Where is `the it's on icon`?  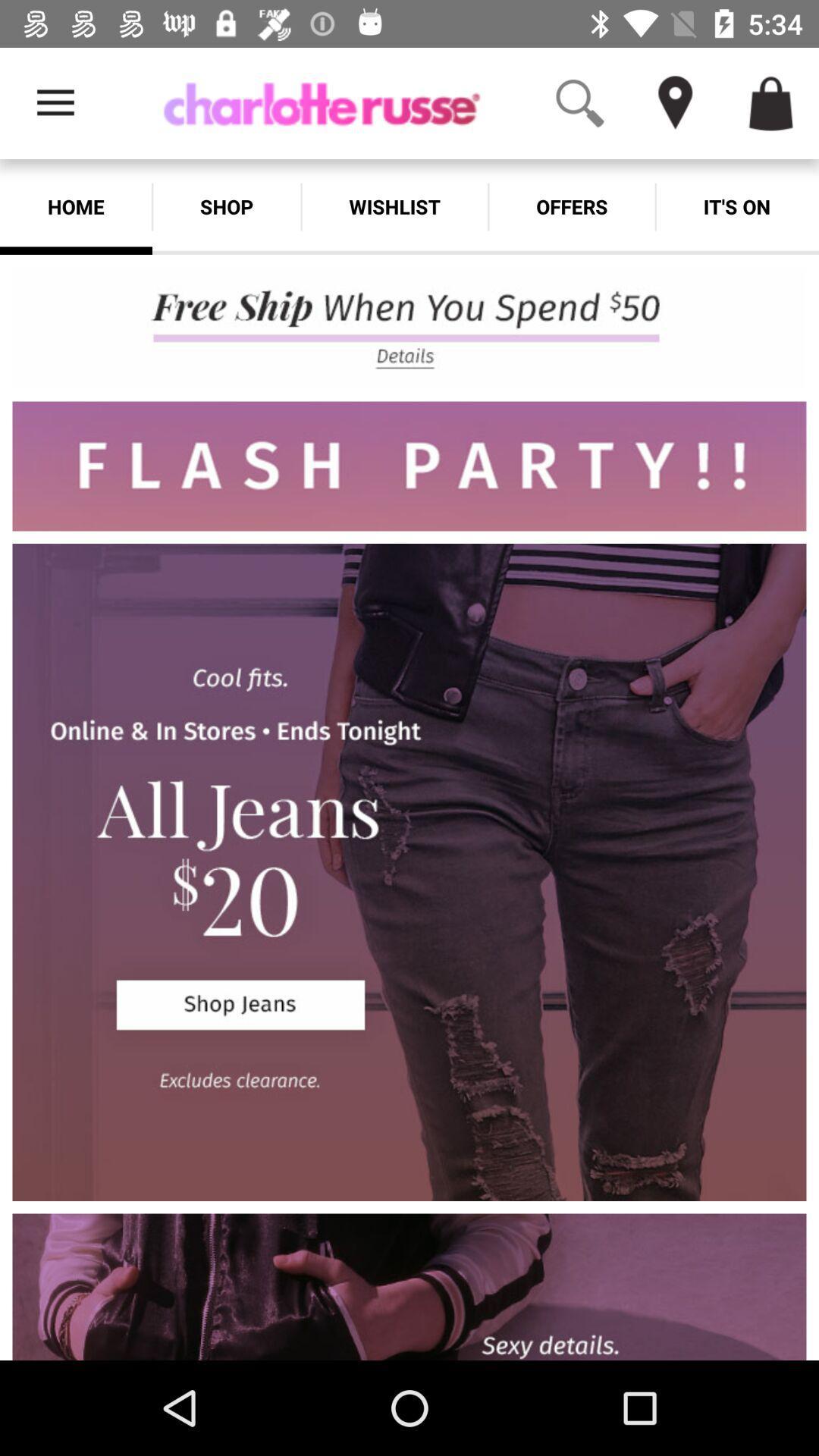 the it's on icon is located at coordinates (736, 206).